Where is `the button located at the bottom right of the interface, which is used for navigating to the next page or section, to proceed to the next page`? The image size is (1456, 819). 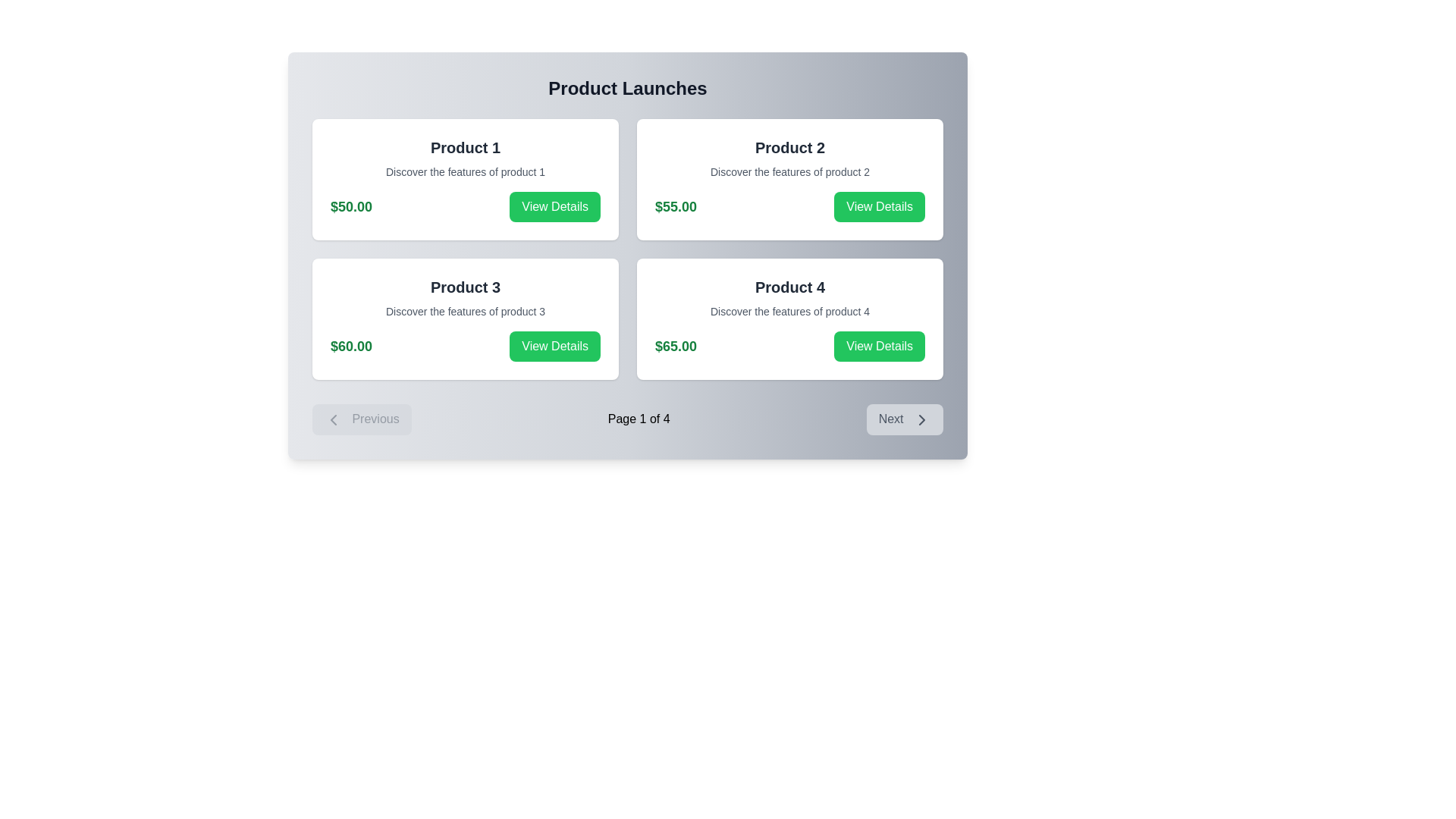
the button located at the bottom right of the interface, which is used for navigating to the next page or section, to proceed to the next page is located at coordinates (905, 419).